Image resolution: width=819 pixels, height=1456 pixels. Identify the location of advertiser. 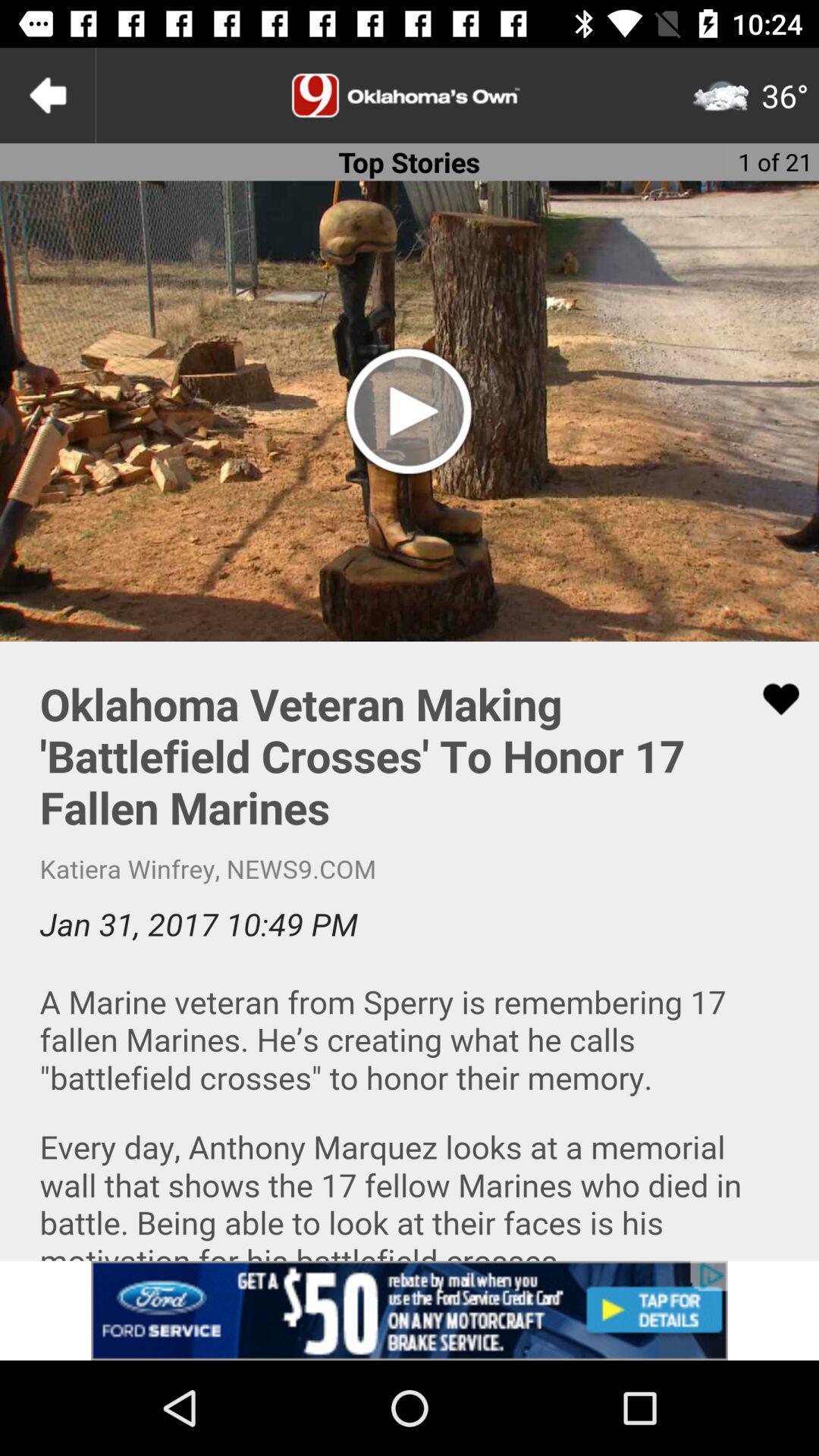
(409, 1310).